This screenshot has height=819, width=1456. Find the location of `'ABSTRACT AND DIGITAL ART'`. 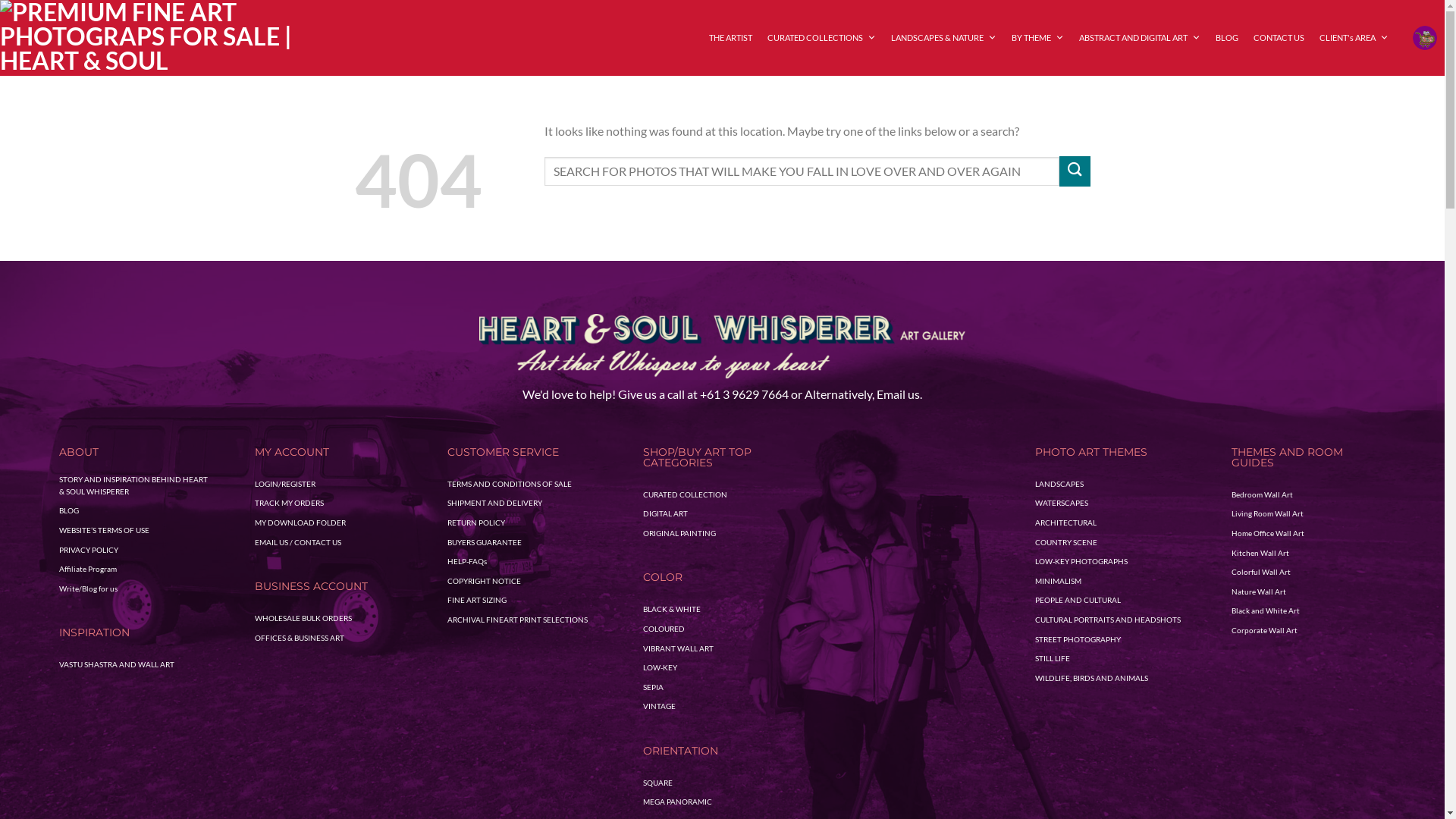

'ABSTRACT AND DIGITAL ART' is located at coordinates (1139, 37).